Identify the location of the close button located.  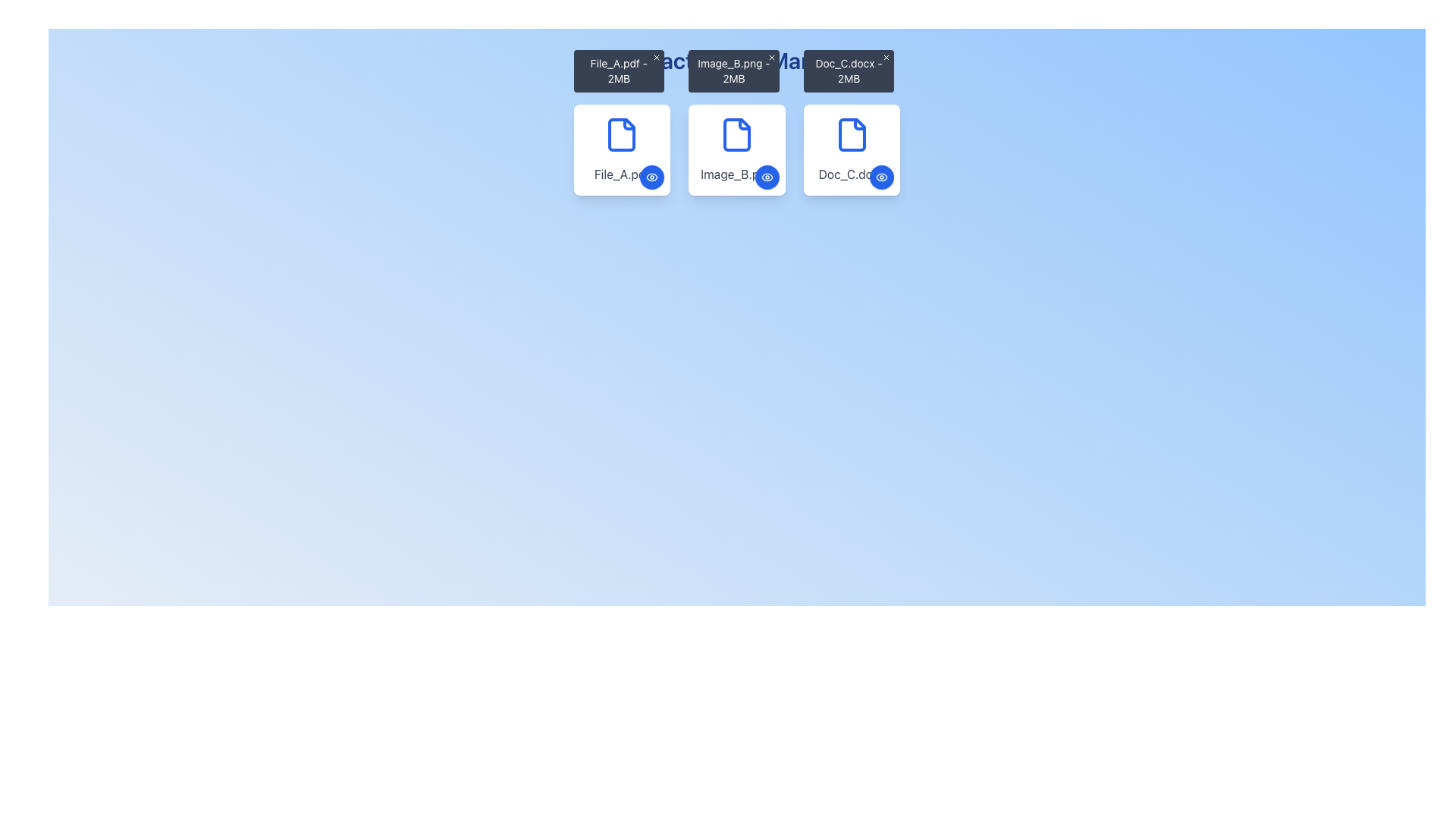
(771, 57).